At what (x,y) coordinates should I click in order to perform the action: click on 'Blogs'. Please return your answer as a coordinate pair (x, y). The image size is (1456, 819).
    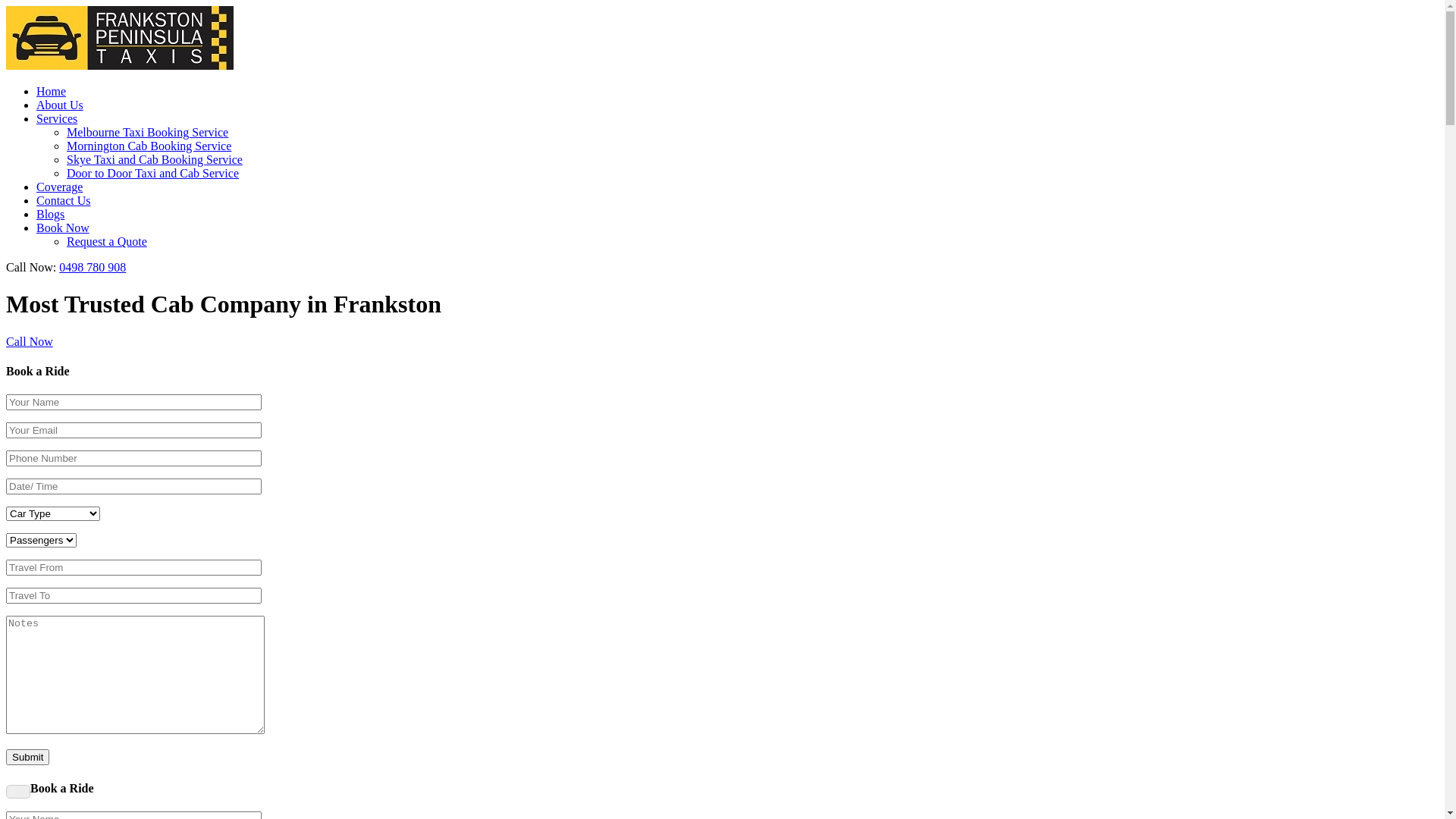
    Looking at the image, I should click on (50, 214).